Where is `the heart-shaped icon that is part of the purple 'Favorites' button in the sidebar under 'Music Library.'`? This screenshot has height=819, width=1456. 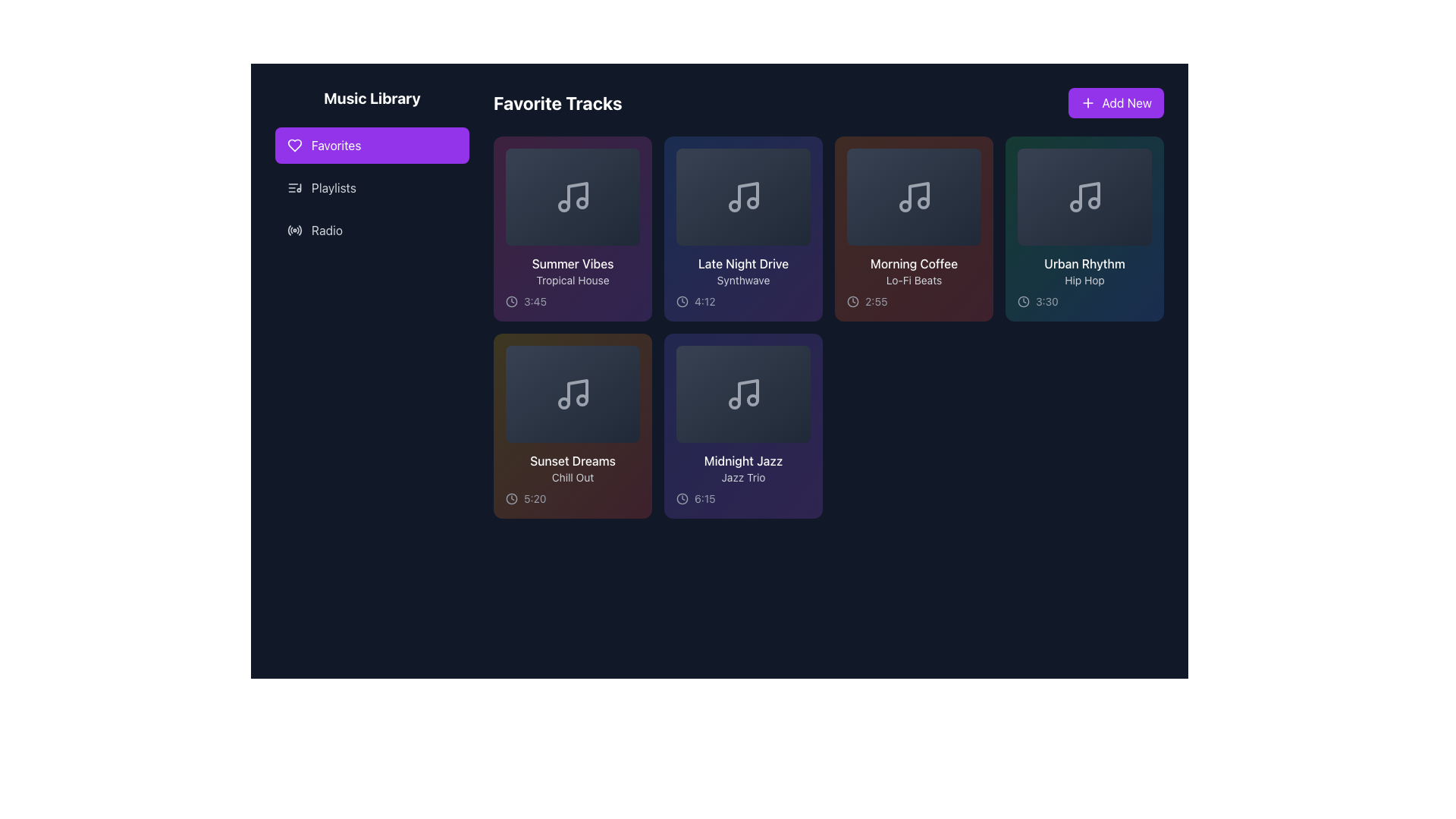 the heart-shaped icon that is part of the purple 'Favorites' button in the sidebar under 'Music Library.' is located at coordinates (294, 146).